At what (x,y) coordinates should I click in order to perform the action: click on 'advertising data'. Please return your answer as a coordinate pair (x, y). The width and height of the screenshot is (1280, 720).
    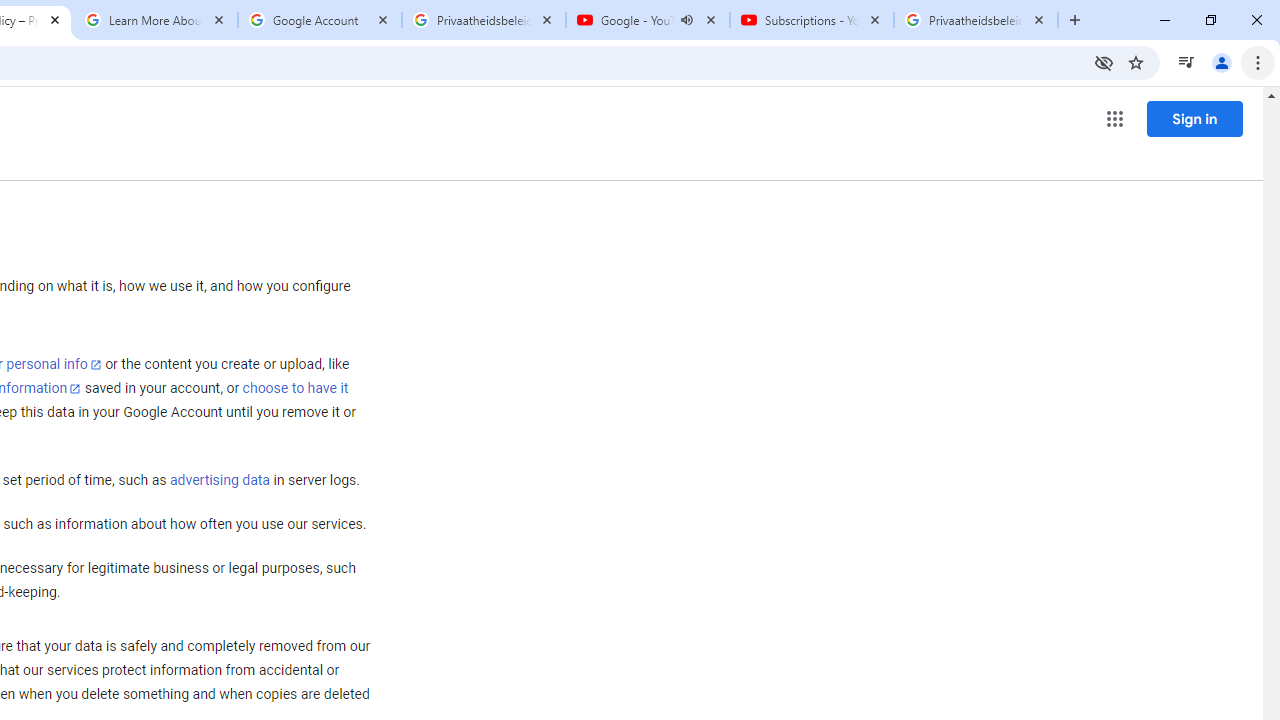
    Looking at the image, I should click on (219, 481).